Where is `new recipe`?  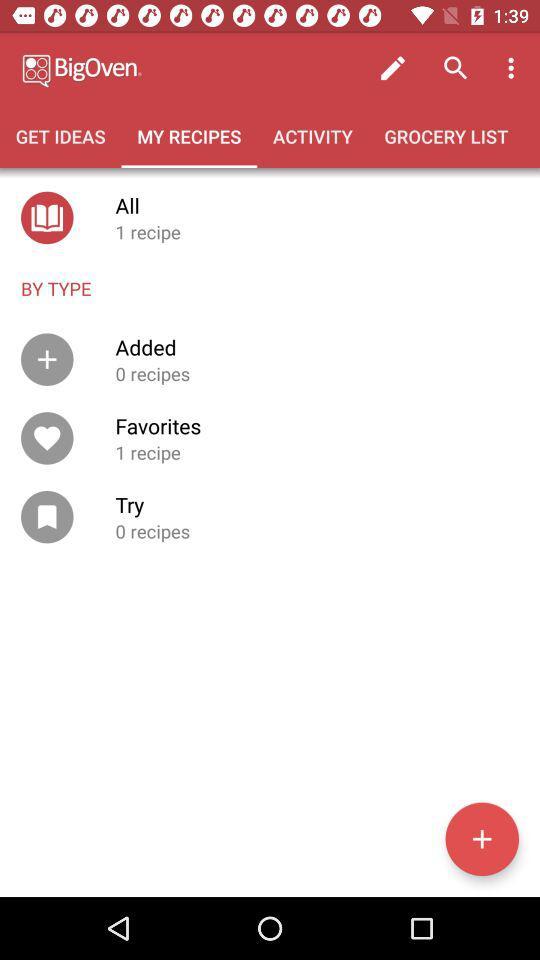 new recipe is located at coordinates (481, 839).